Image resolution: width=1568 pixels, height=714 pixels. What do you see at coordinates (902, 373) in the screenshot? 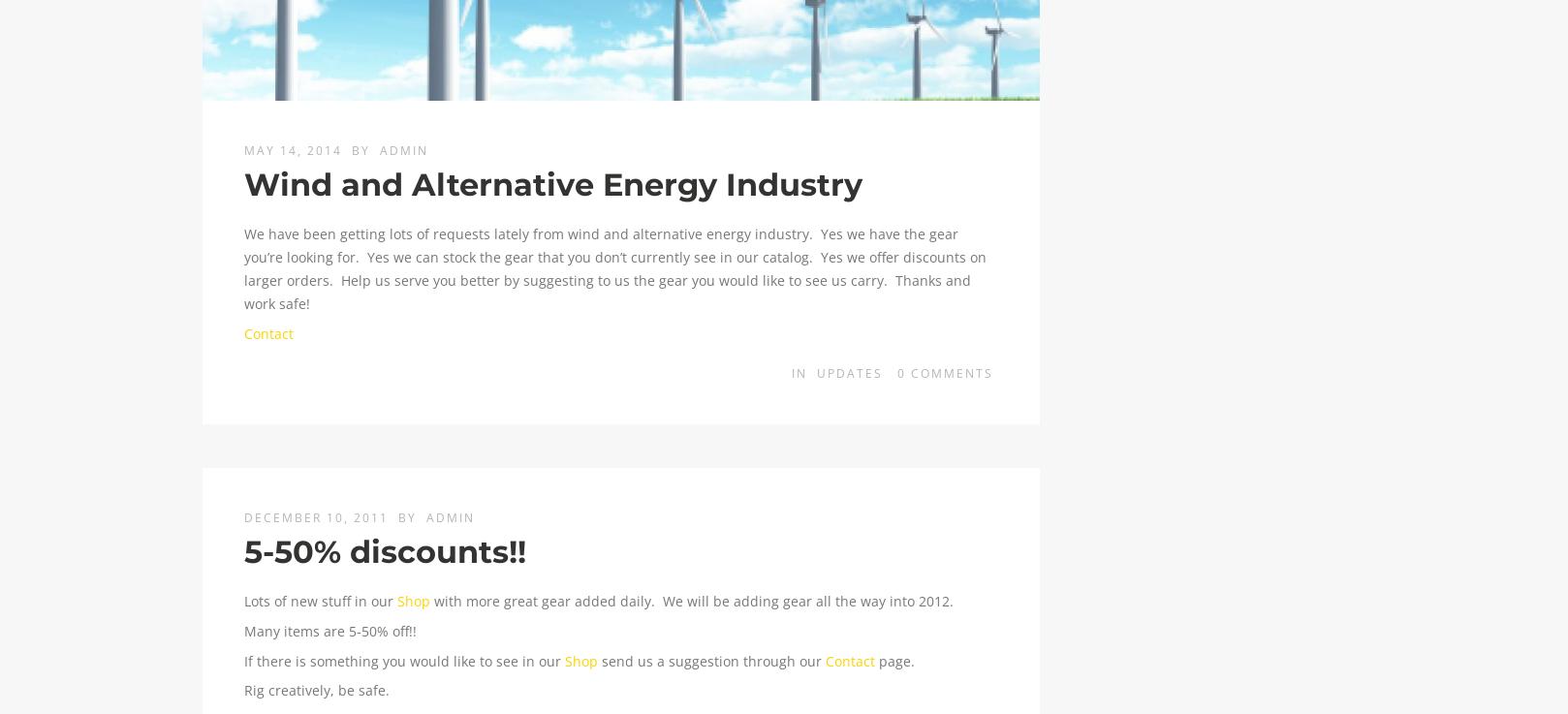
I see `'0'` at bounding box center [902, 373].